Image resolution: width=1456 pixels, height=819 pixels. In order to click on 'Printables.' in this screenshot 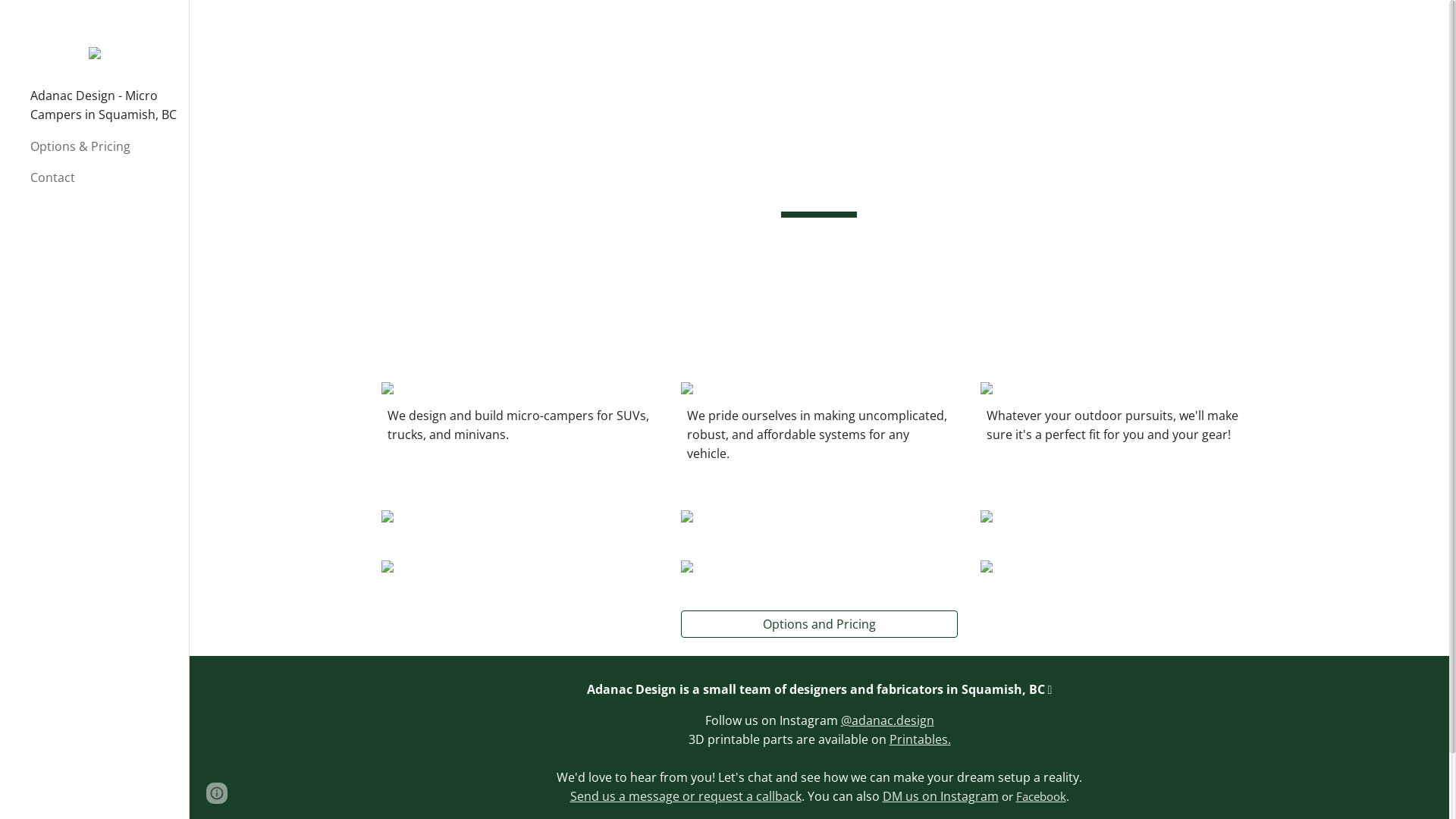, I will do `click(953, 748)`.